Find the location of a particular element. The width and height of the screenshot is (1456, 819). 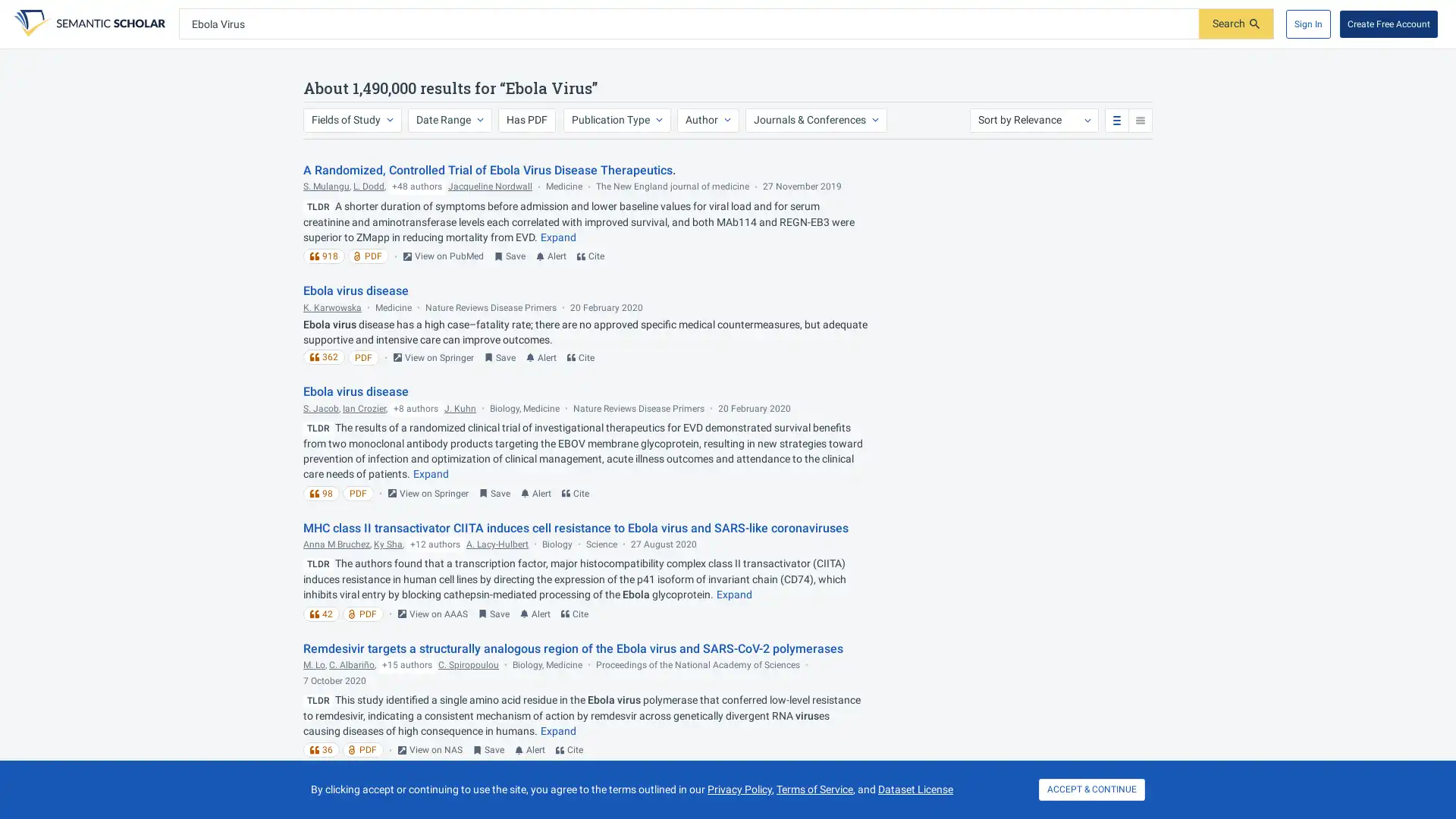

Cite this paper is located at coordinates (574, 493).